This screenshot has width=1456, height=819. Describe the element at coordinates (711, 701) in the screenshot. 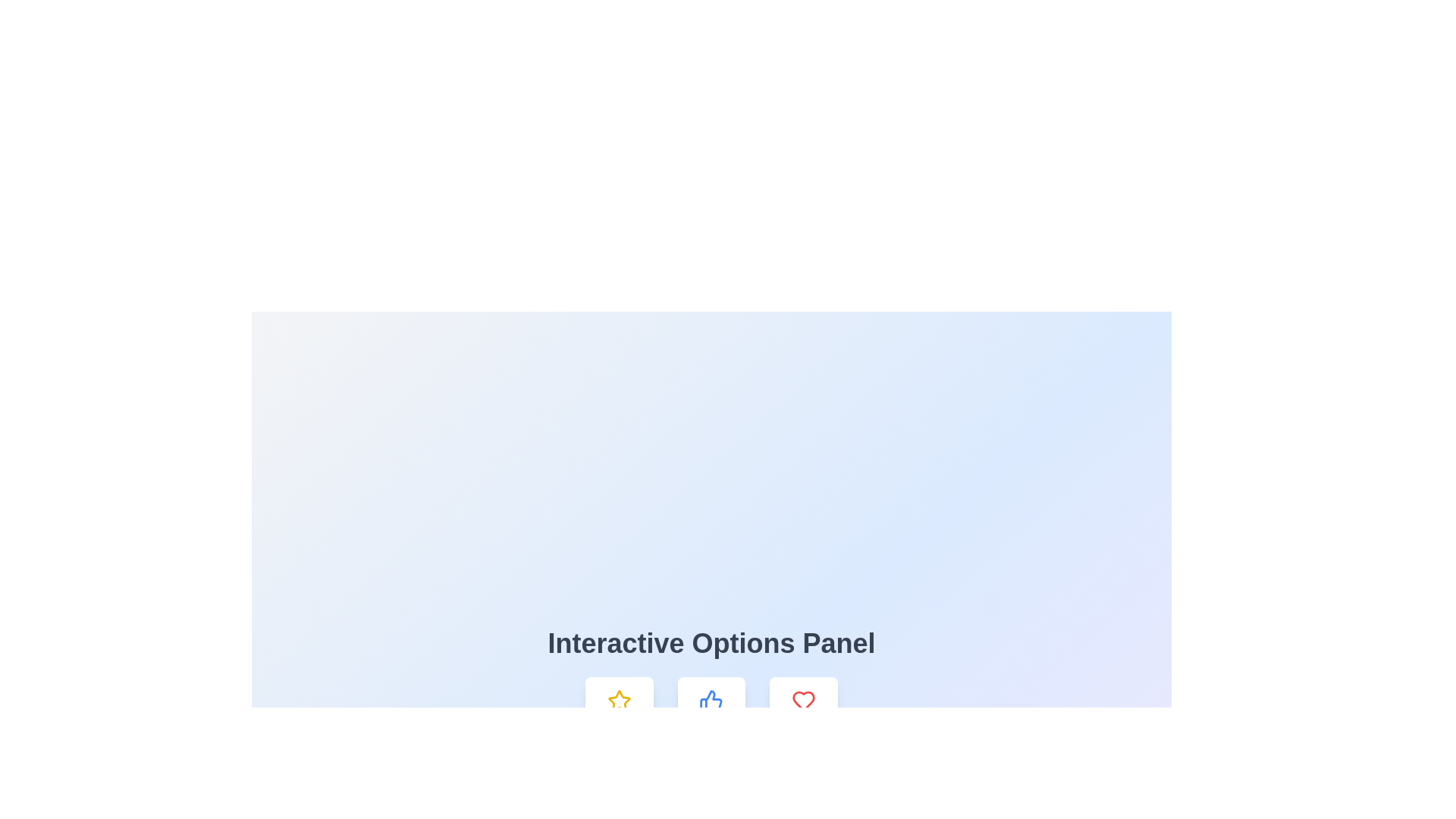

I see `the Thumbs-Up icon in the Interactive Options Panel to express positive feedback or approval` at that location.